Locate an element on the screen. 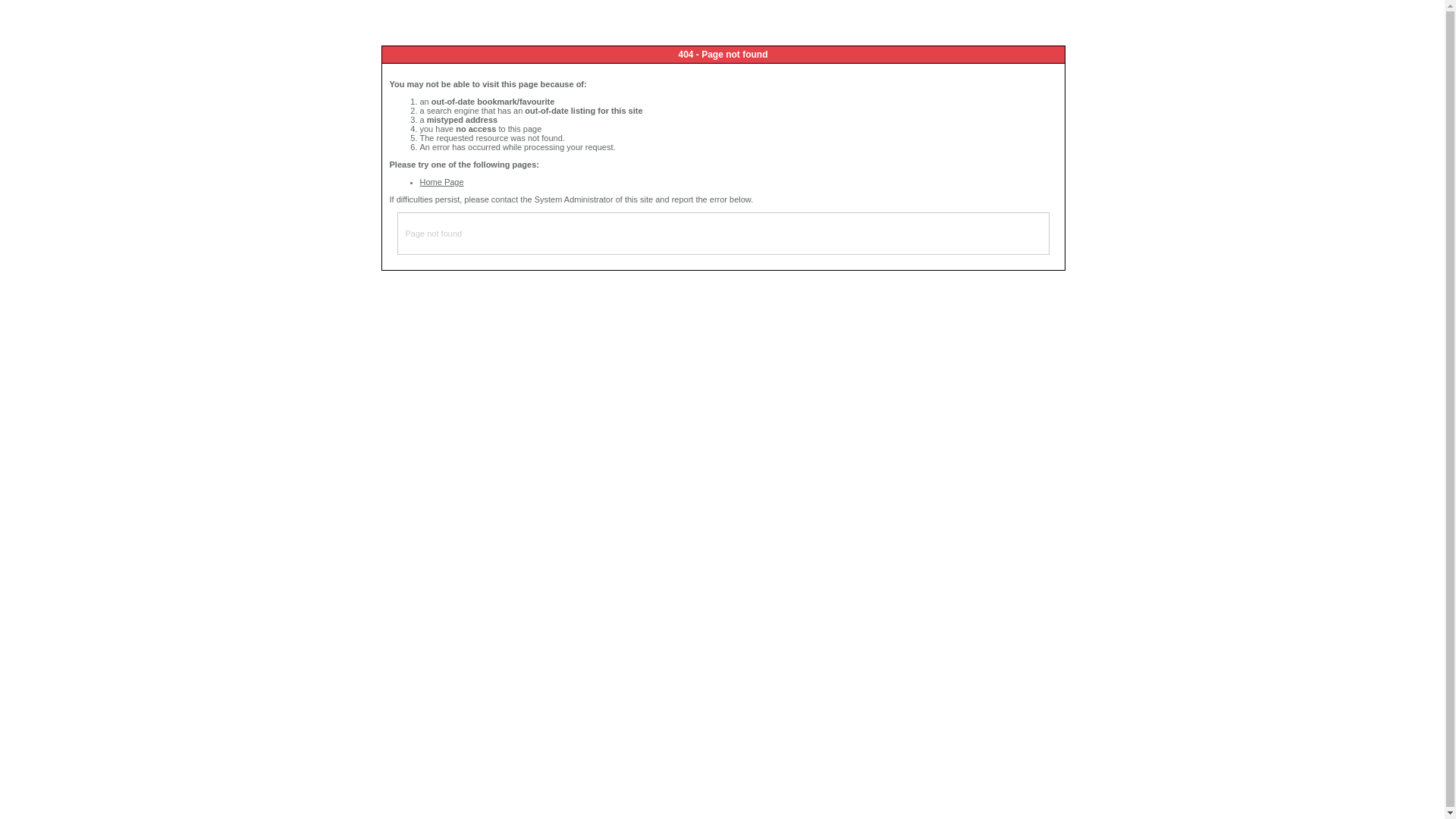 The height and width of the screenshot is (819, 1456). 'Home Page' is located at coordinates (419, 180).